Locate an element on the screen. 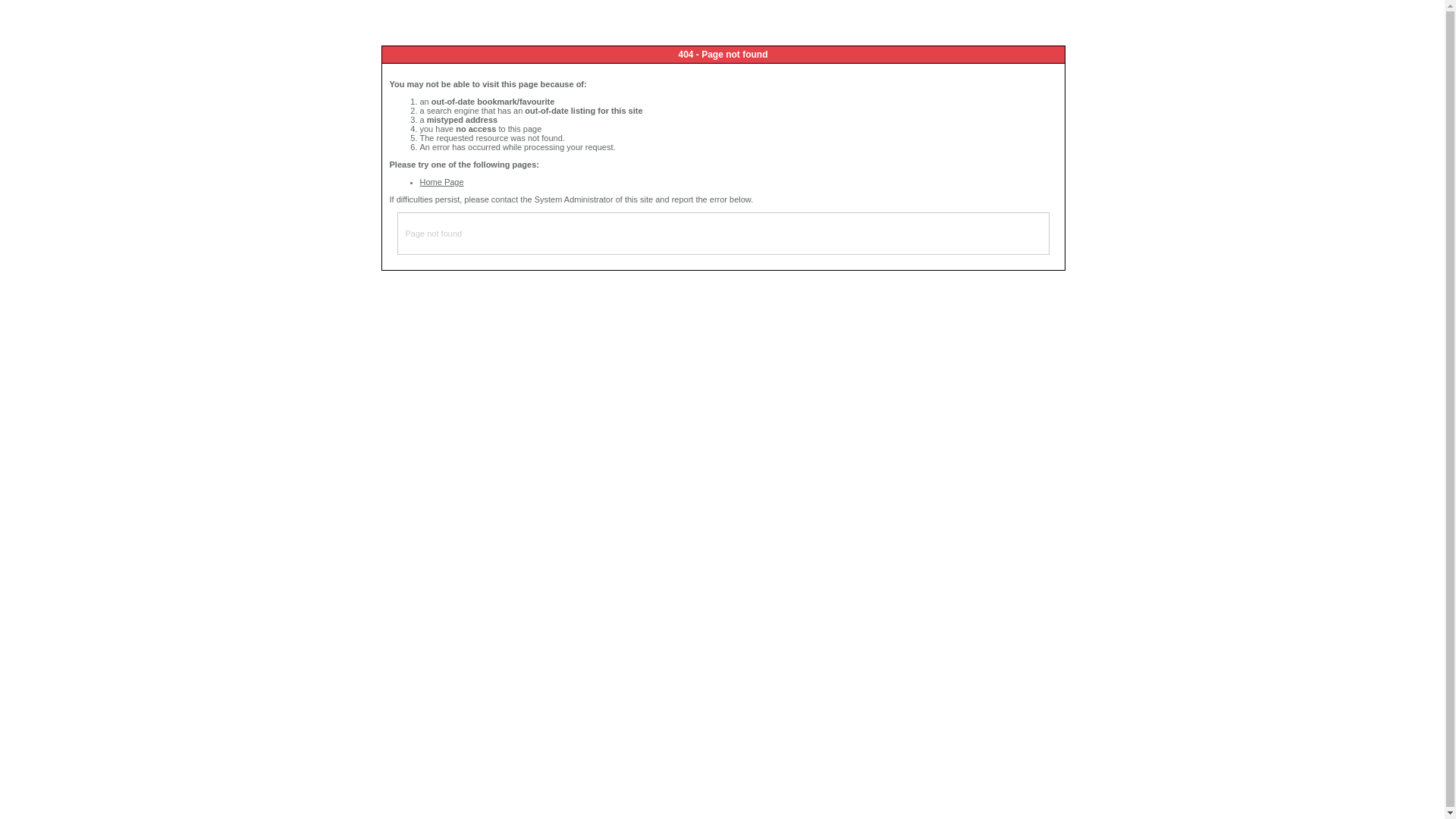 The height and width of the screenshot is (819, 1456). 'Home Page' is located at coordinates (419, 180).